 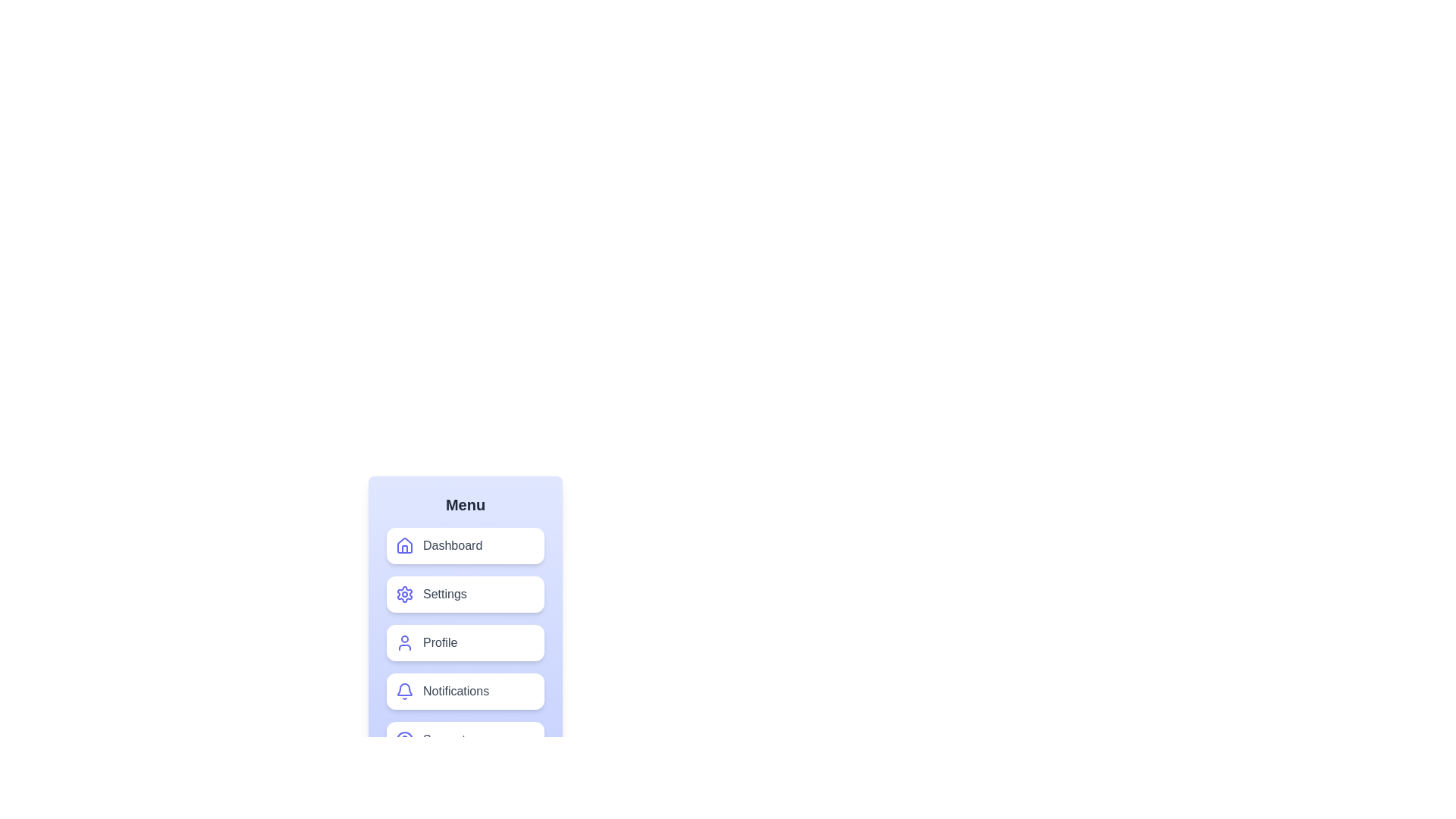 What do you see at coordinates (404, 546) in the screenshot?
I see `the 'Dashboard' icon located to the left of the 'Dashboard' button in the vertical menu under the 'Menu' header` at bounding box center [404, 546].